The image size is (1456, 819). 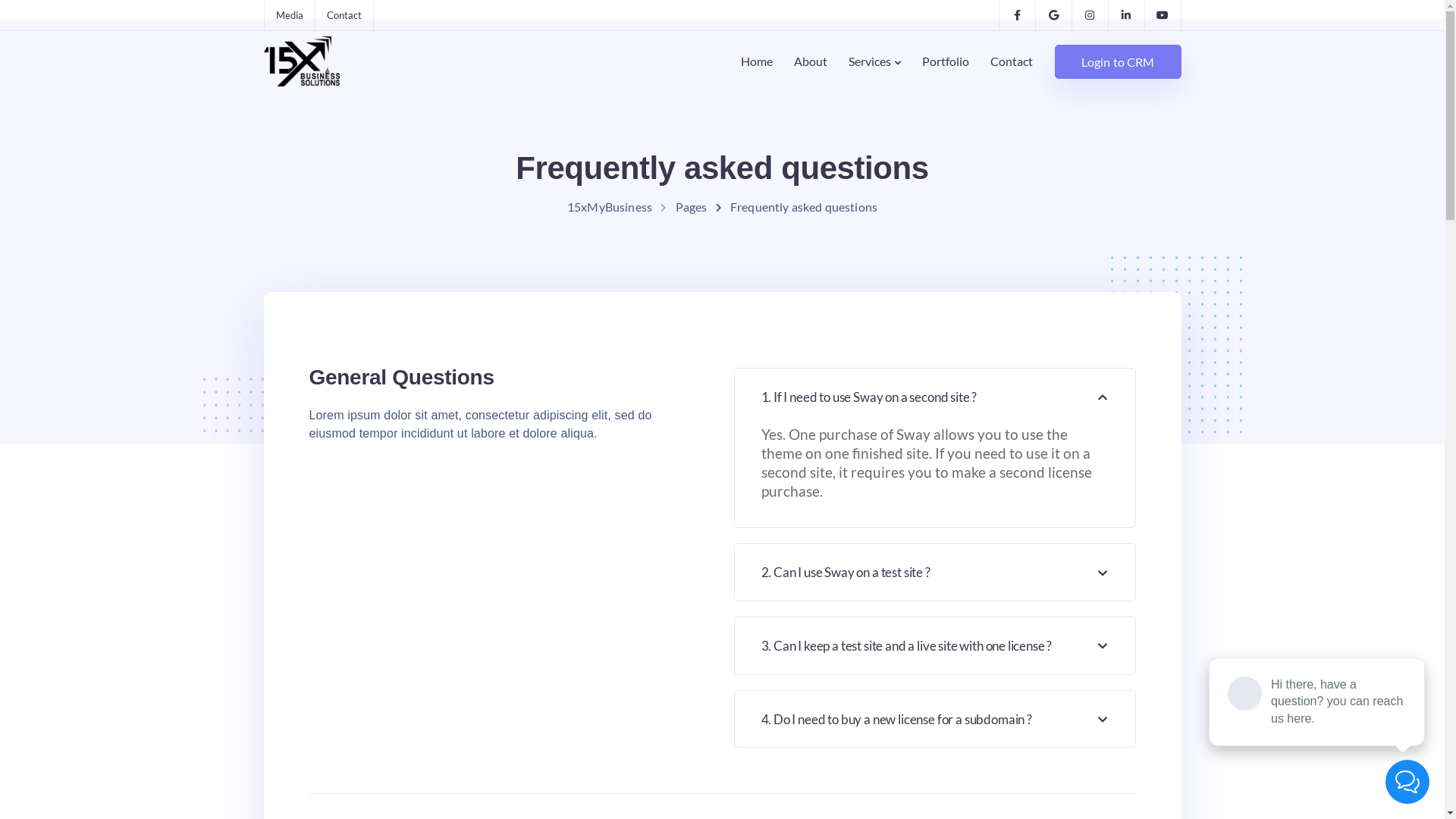 I want to click on 'Login to CRM', so click(x=366, y=347).